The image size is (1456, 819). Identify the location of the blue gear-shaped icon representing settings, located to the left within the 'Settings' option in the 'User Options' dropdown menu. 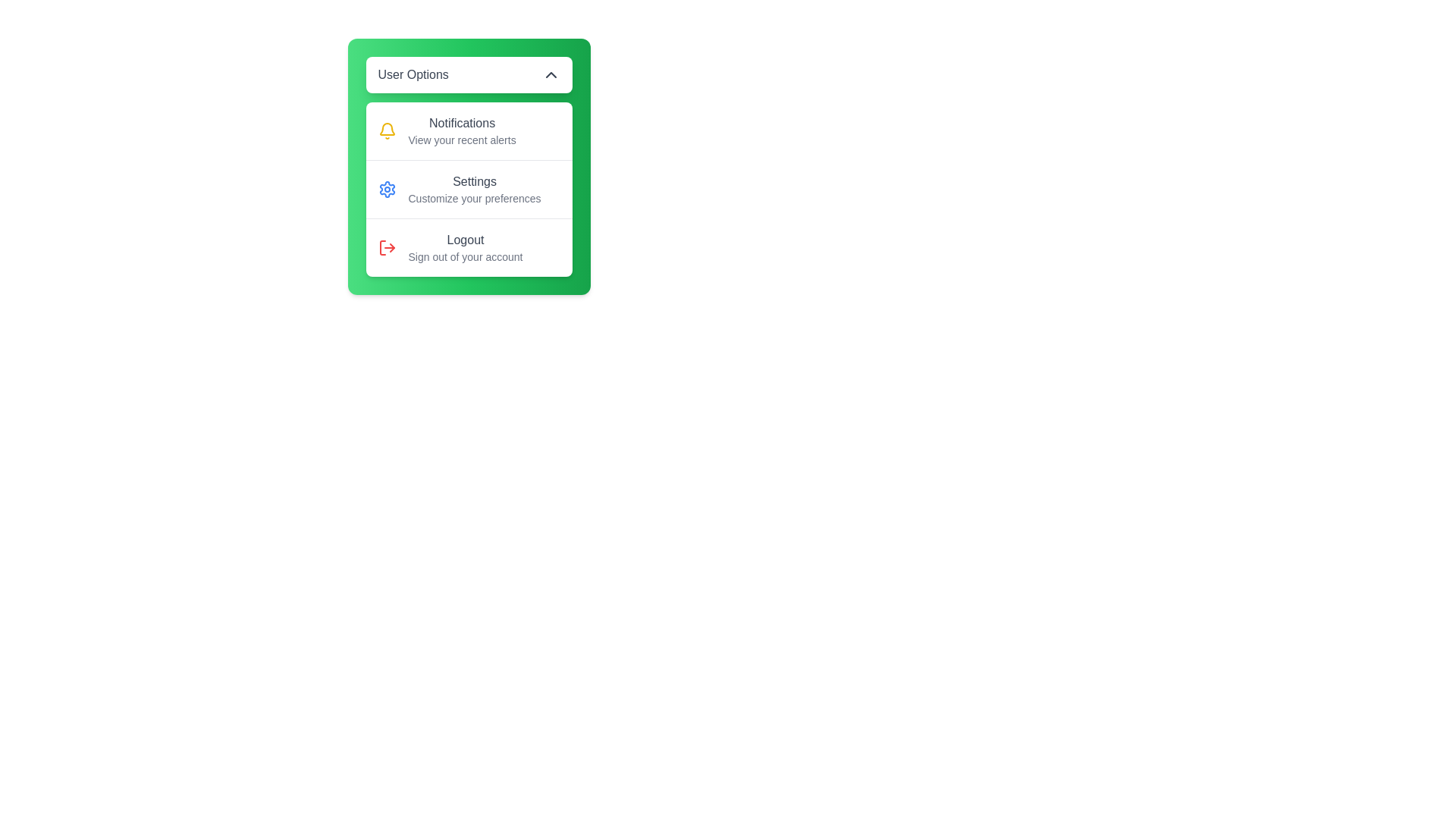
(387, 189).